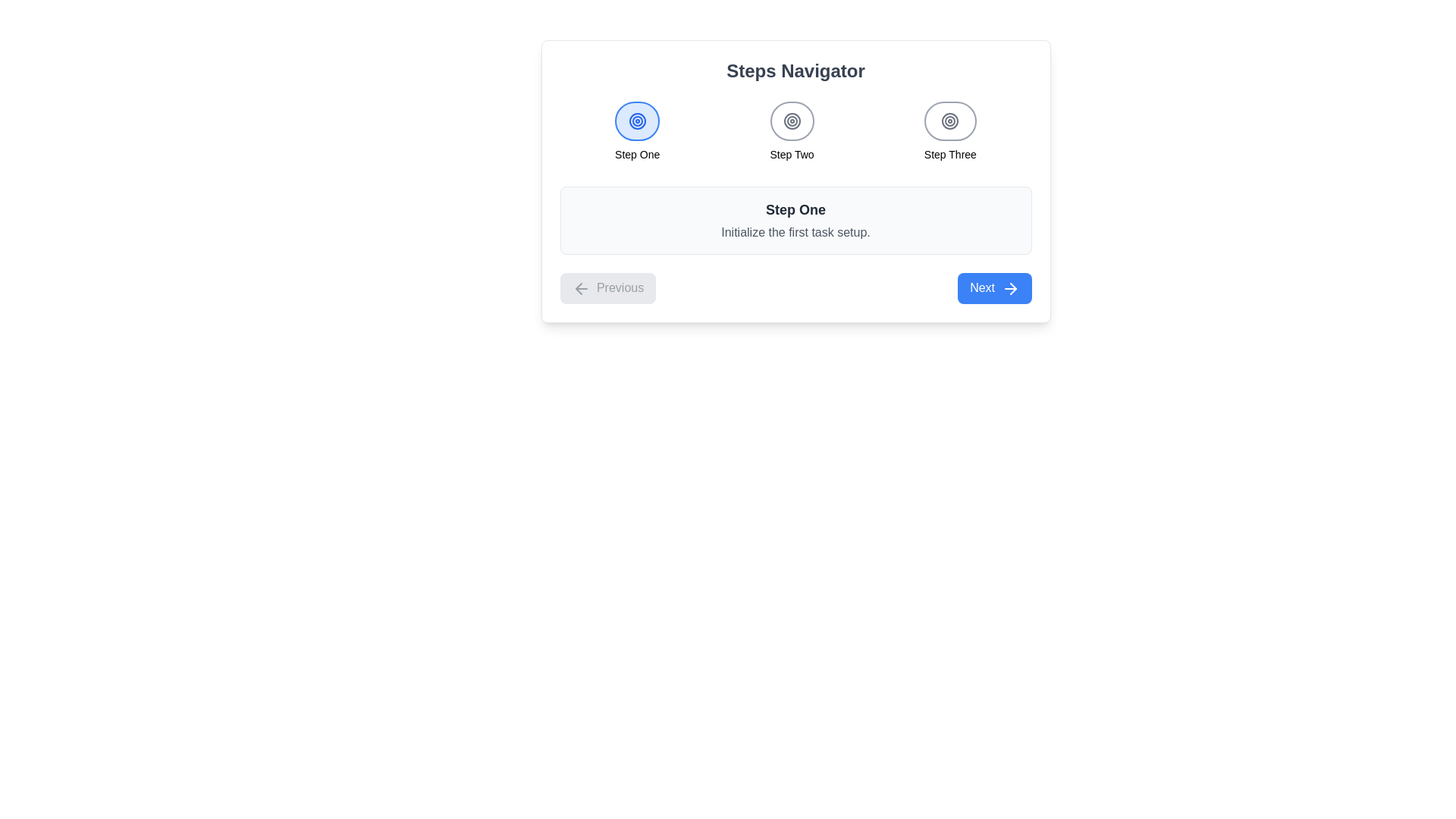 The height and width of the screenshot is (819, 1456). Describe the element at coordinates (795, 130) in the screenshot. I see `the second step indicator labeled 'Step Two' in the Group of Navigational Step Indicators` at that location.